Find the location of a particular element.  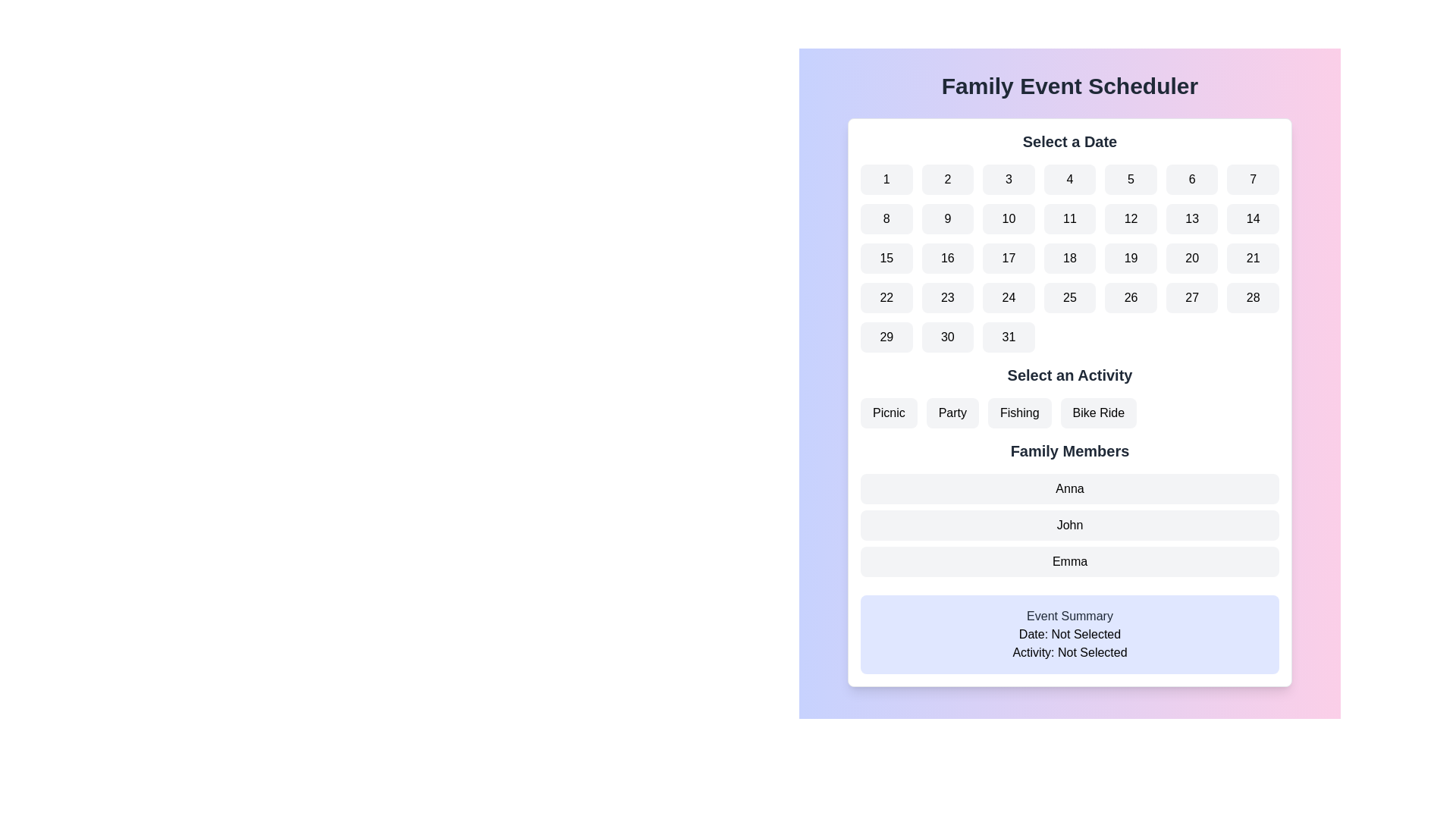

the button labeled '13' located is located at coordinates (1191, 219).